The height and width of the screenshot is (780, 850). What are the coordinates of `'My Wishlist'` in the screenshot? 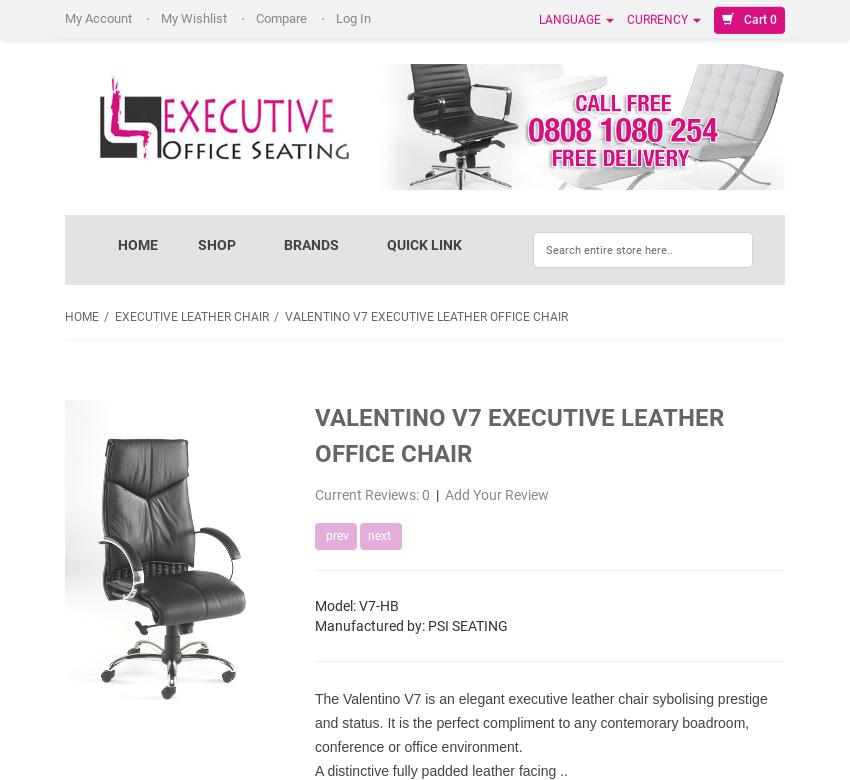 It's located at (194, 18).